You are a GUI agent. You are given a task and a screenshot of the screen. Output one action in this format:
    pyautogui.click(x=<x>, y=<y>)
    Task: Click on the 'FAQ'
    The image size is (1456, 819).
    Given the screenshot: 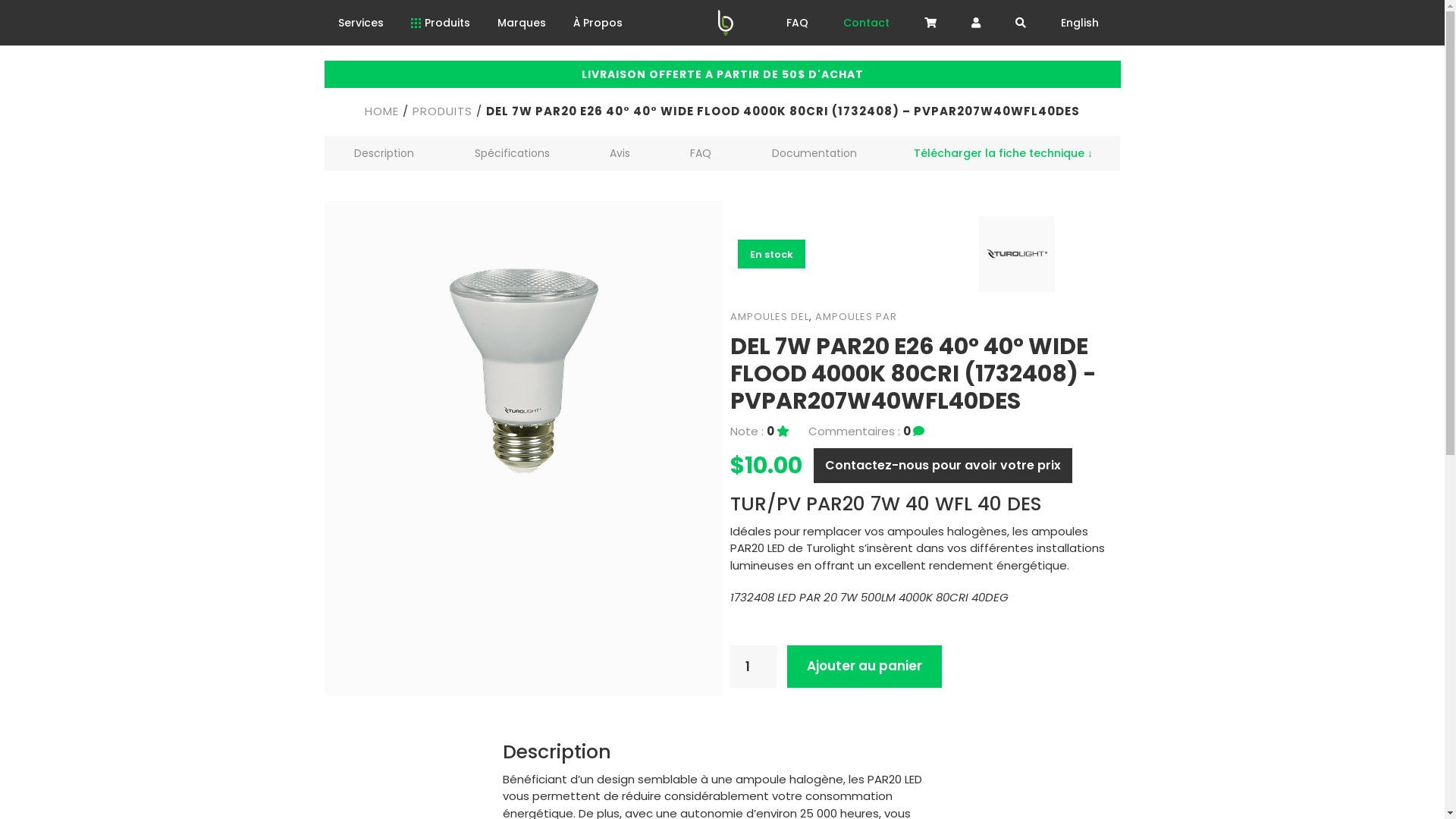 What is the action you would take?
    pyautogui.click(x=796, y=23)
    